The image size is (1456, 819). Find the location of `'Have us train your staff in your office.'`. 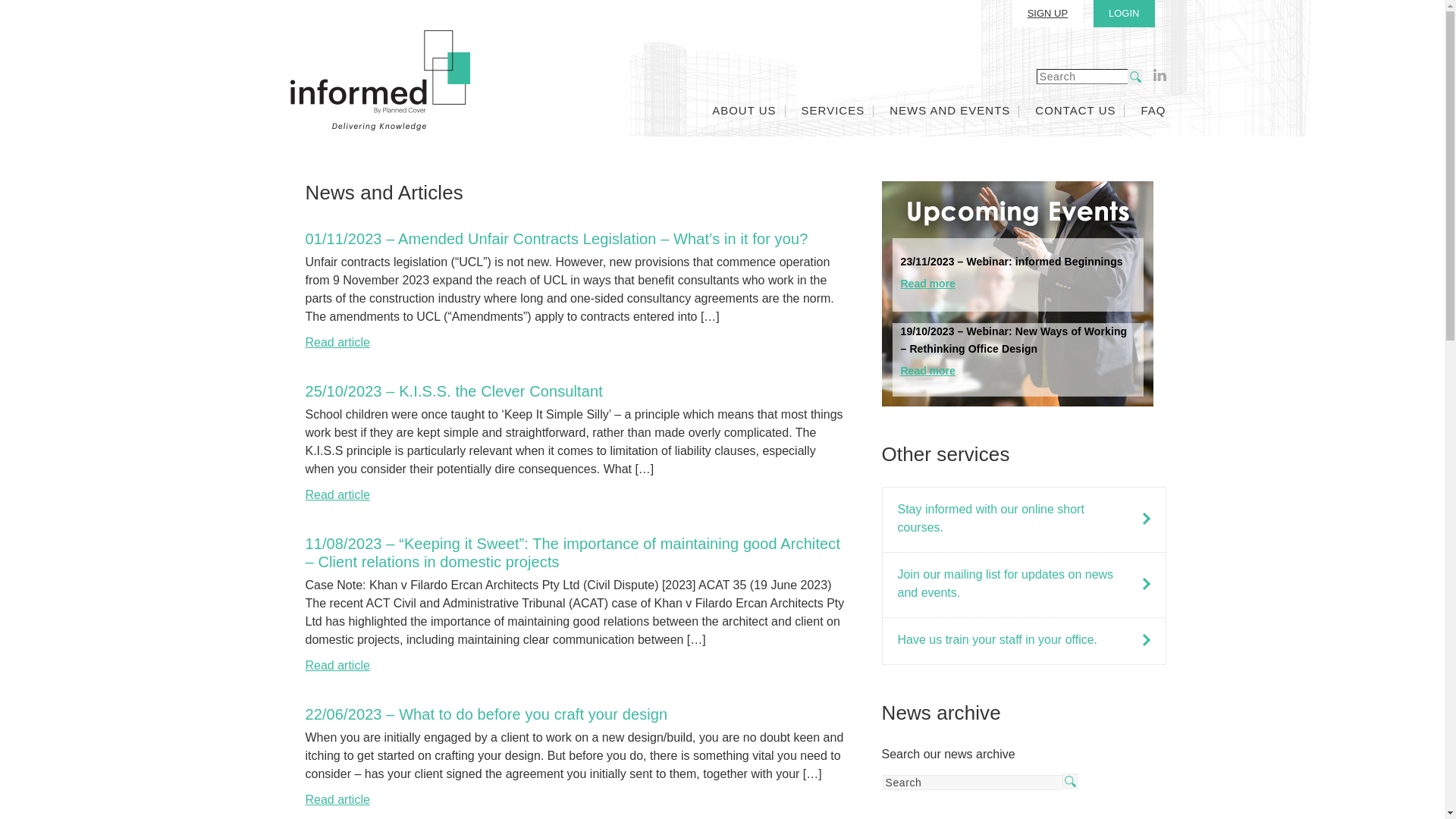

'Have us train your staff in your office.' is located at coordinates (1015, 641).